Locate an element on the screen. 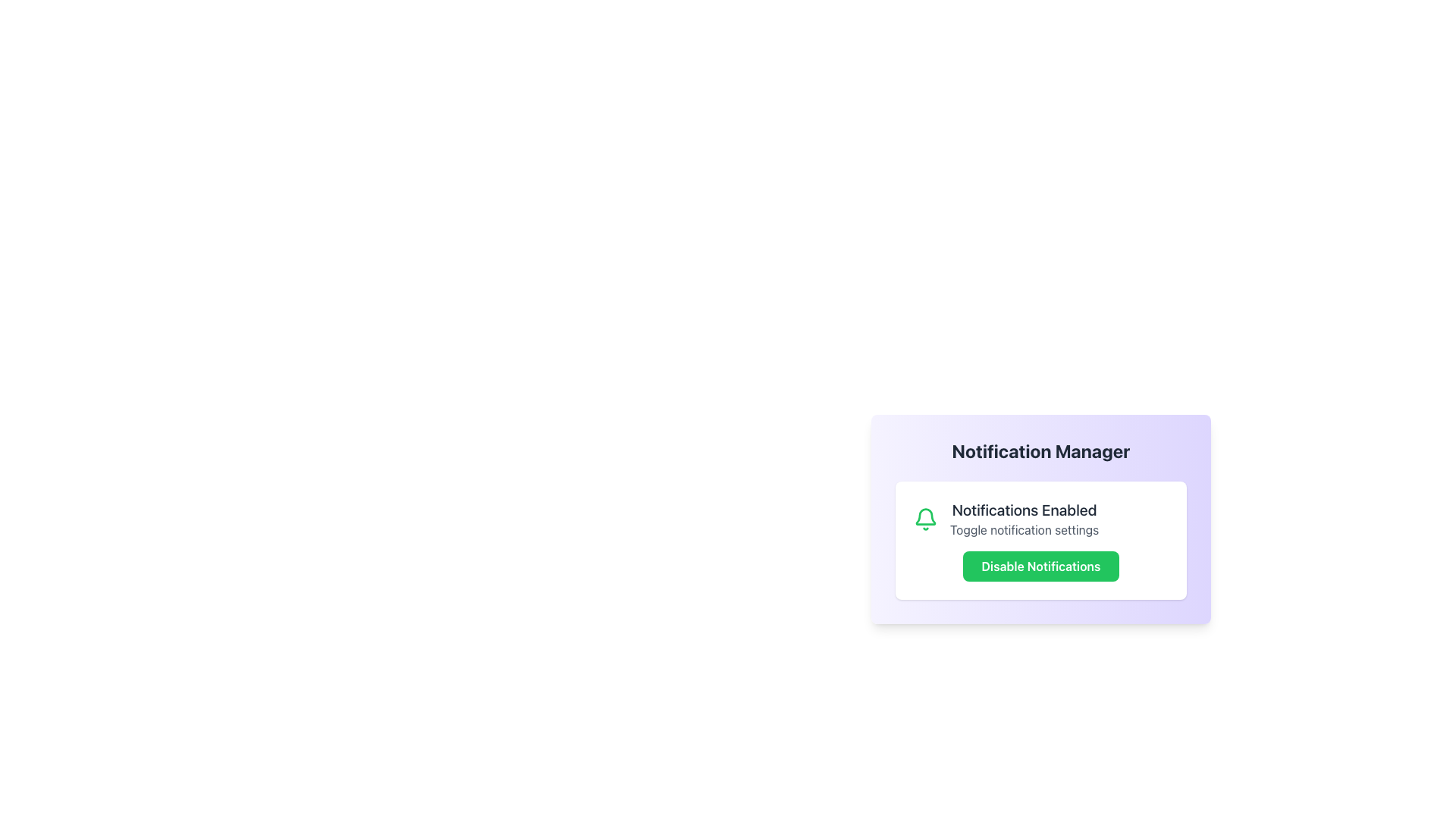 This screenshot has width=1456, height=819. text element that displays 'Notifications Enabled' and 'Toggle notification settings', which is located to the right of the green bell icon is located at coordinates (1025, 519).